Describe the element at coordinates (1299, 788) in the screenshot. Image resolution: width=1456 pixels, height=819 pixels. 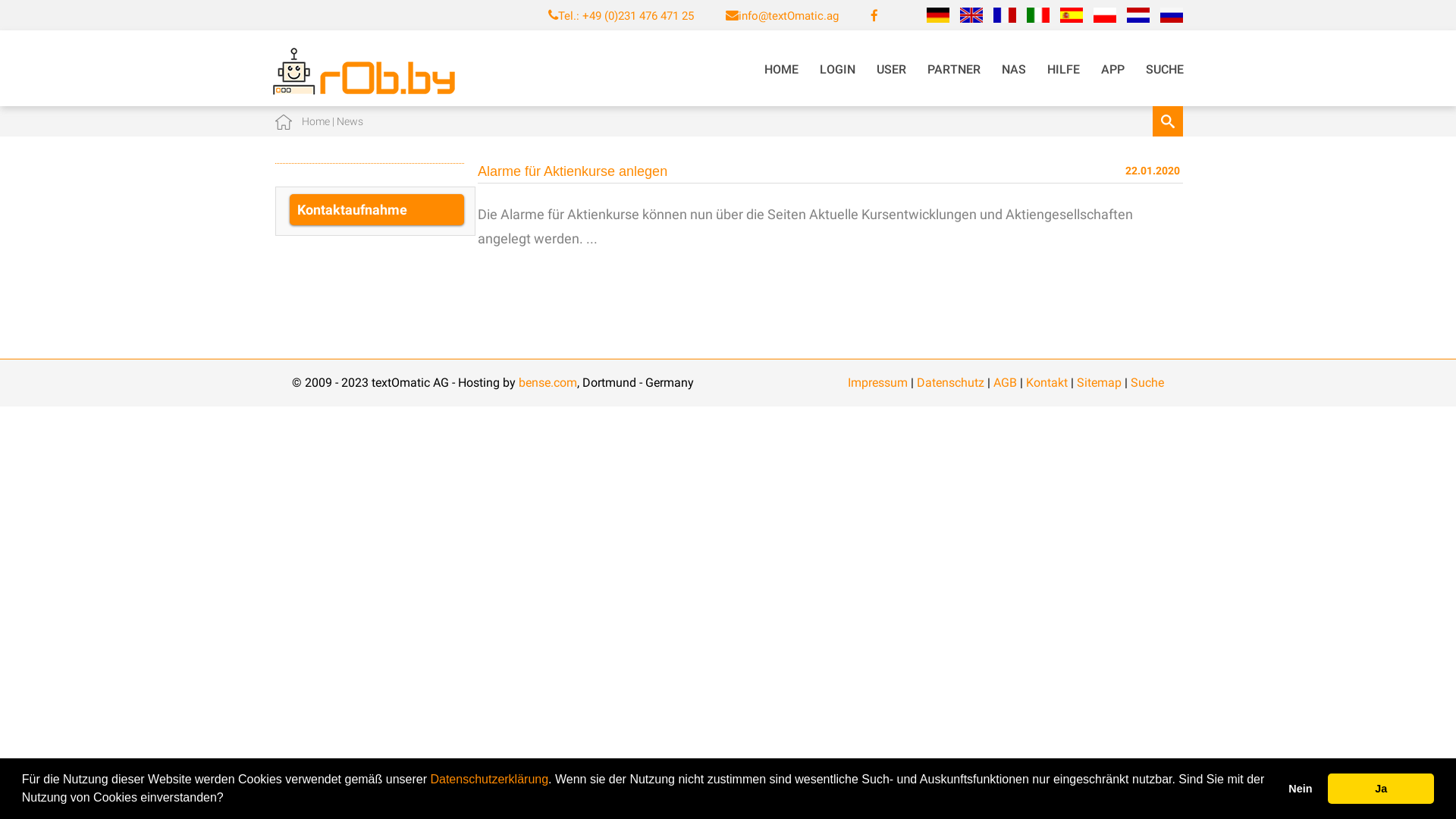
I see `'Nein'` at that location.